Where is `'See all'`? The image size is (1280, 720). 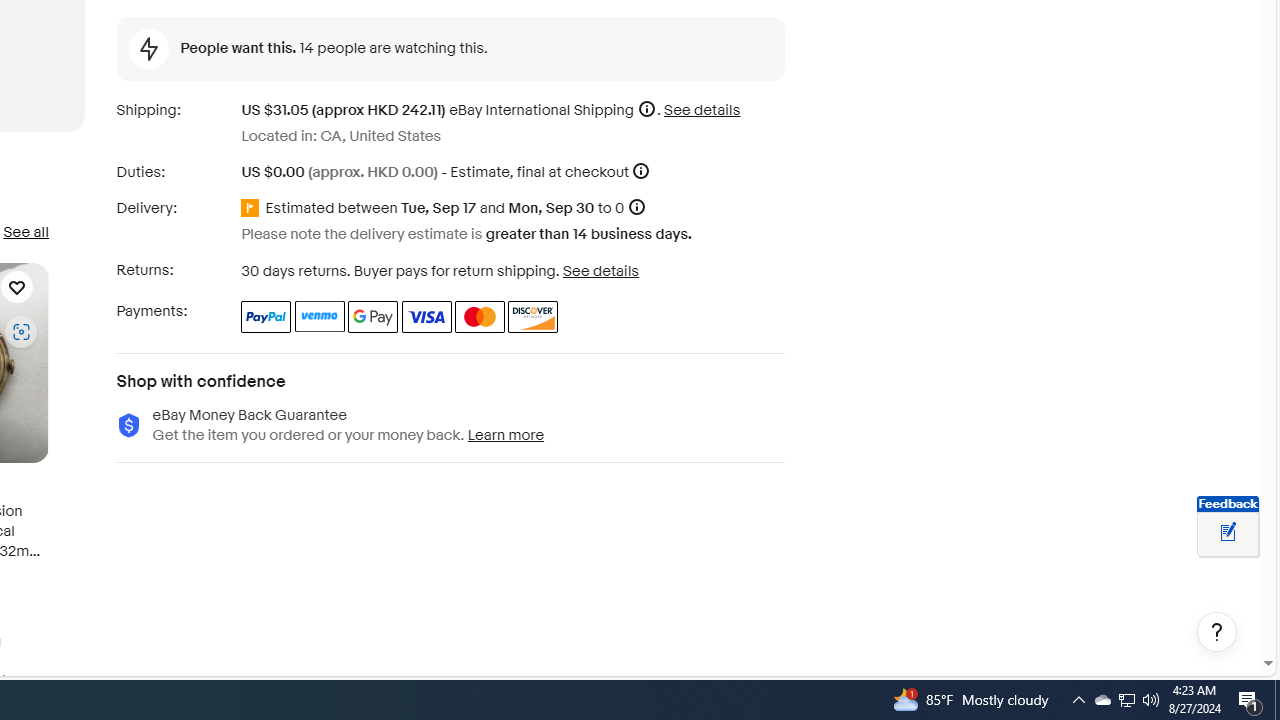 'See all' is located at coordinates (25, 231).